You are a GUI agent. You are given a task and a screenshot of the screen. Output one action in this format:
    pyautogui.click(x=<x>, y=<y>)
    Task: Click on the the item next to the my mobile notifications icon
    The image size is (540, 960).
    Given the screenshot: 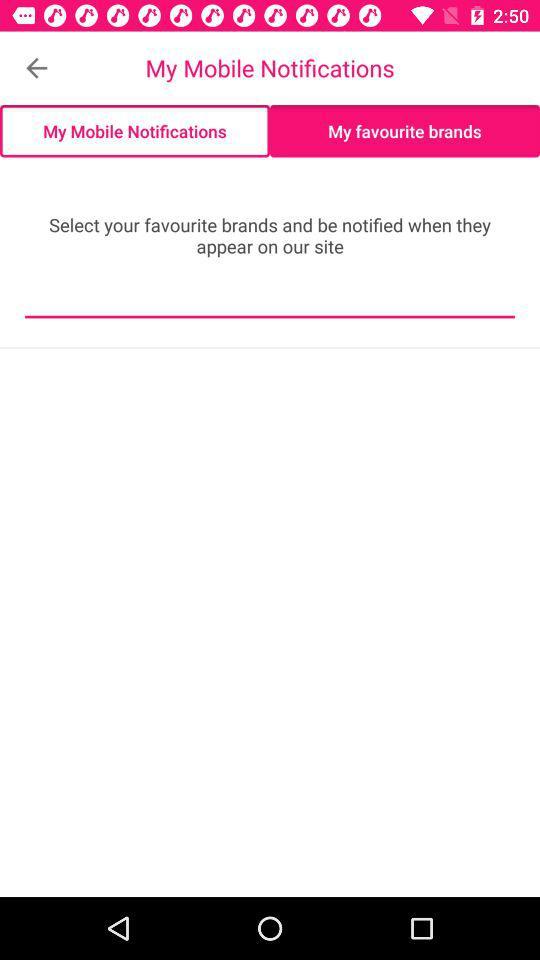 What is the action you would take?
    pyautogui.click(x=36, y=68)
    